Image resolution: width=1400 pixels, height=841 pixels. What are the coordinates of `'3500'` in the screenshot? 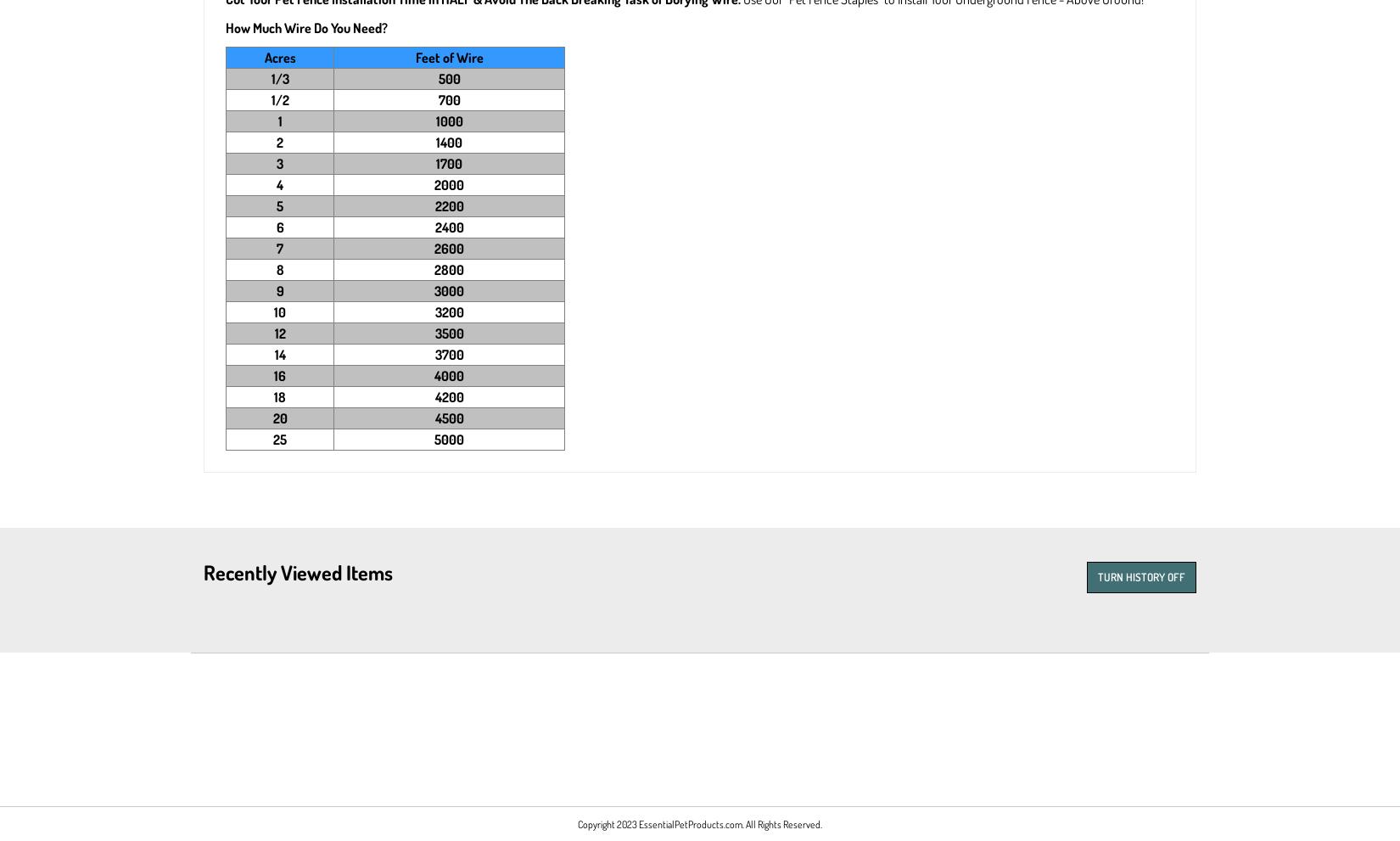 It's located at (447, 333).